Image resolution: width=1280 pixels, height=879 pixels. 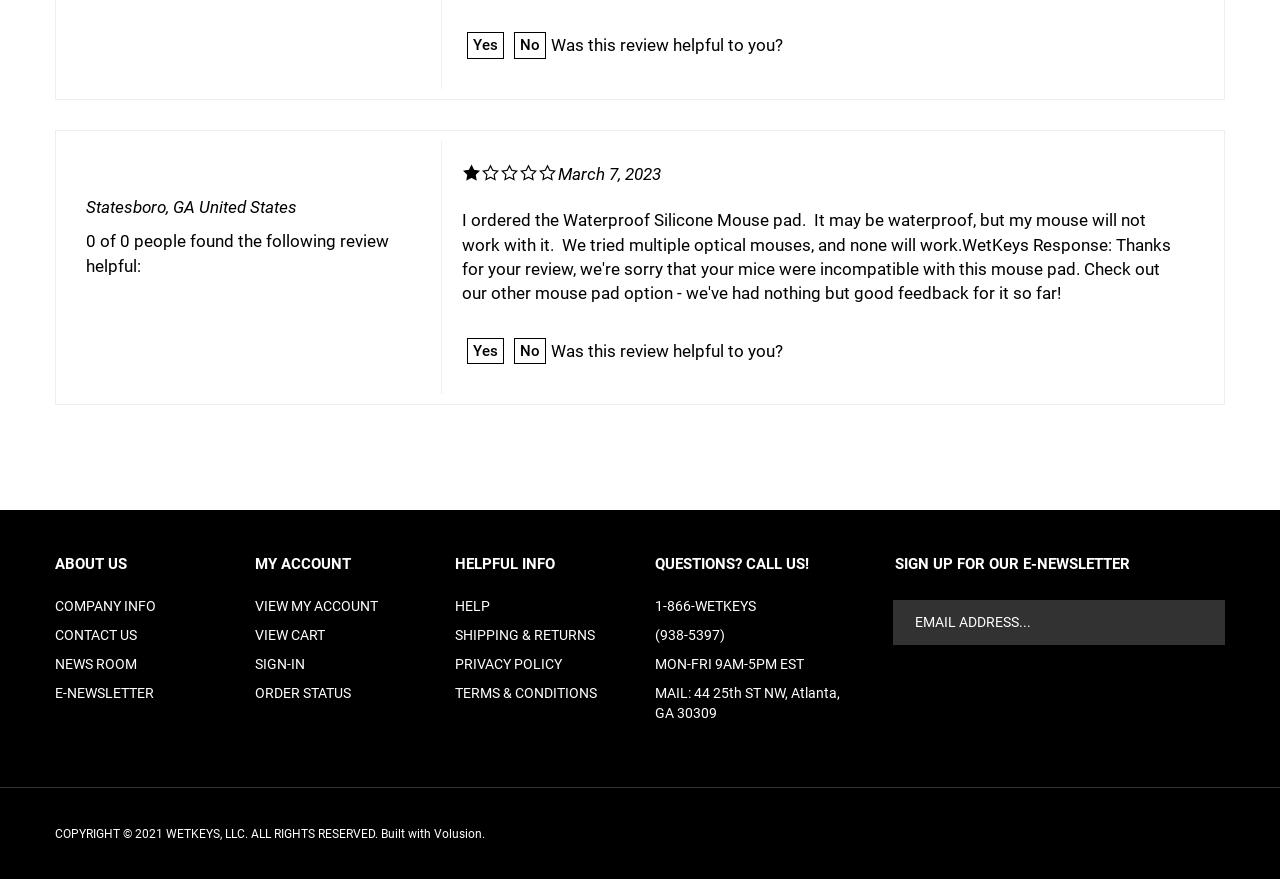 I want to click on 'ABOUT US', so click(x=55, y=562).